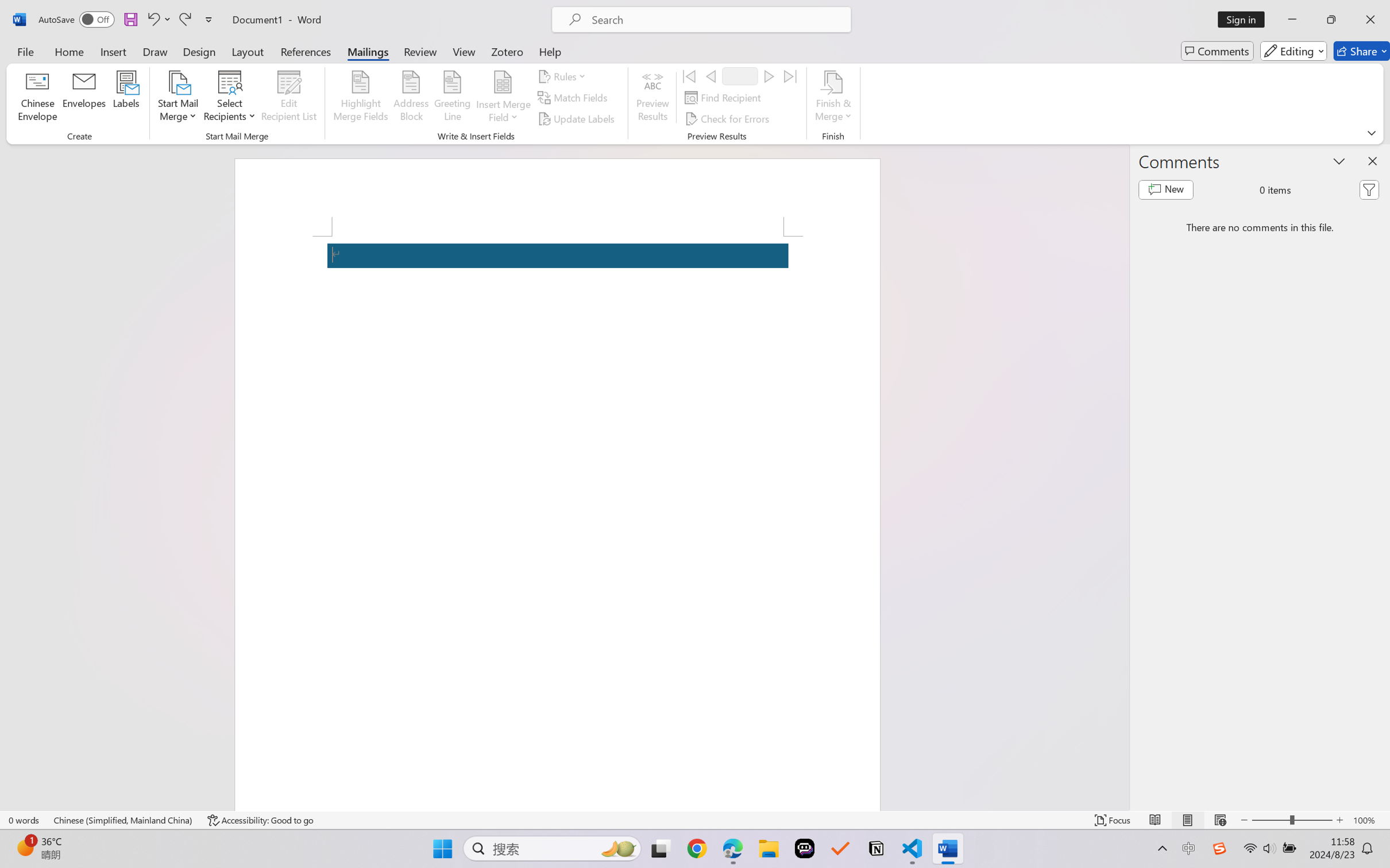 The image size is (1390, 868). I want to click on 'Match Fields...', so click(573, 98).